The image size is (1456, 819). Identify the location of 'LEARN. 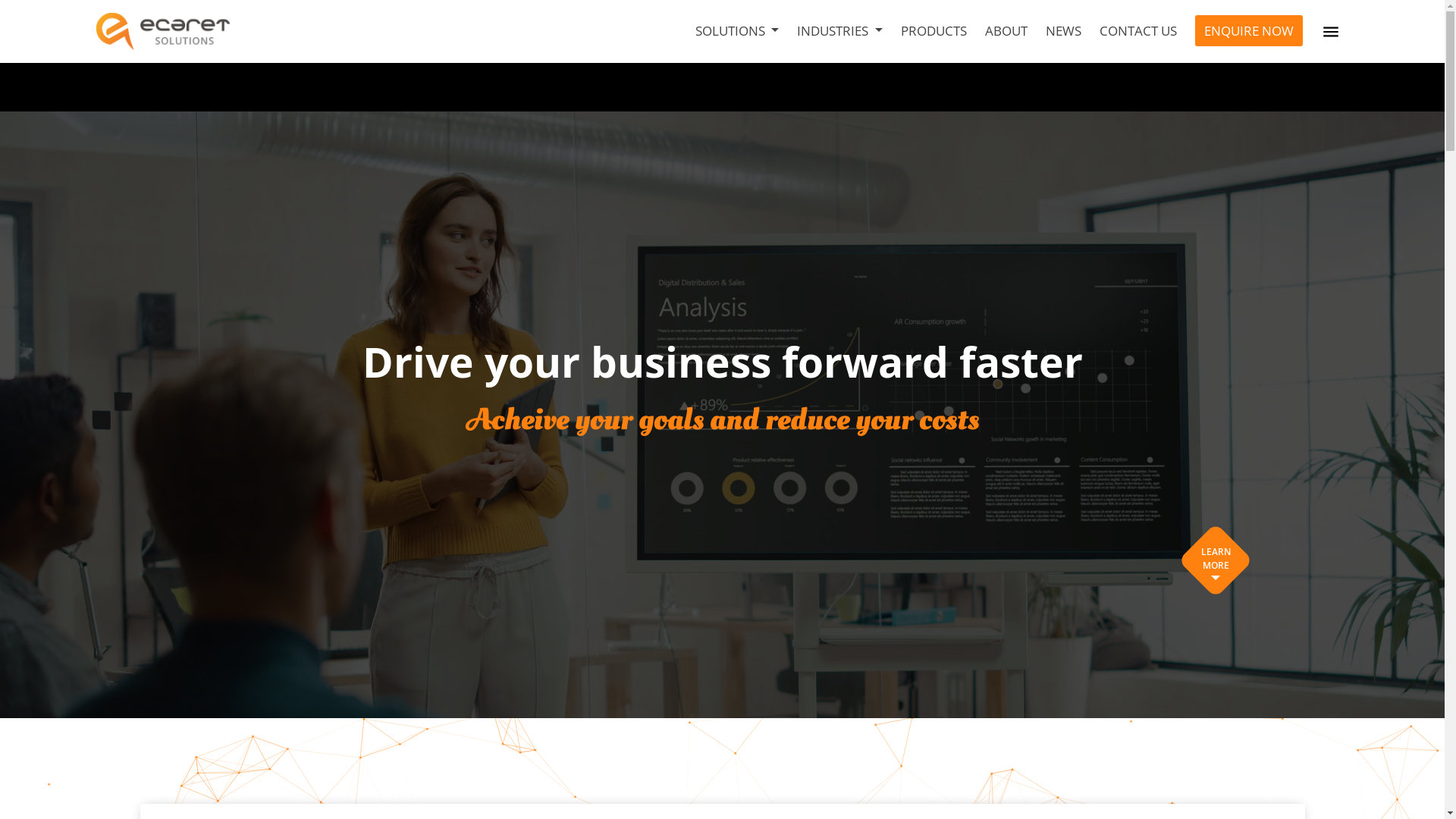
(1216, 560).